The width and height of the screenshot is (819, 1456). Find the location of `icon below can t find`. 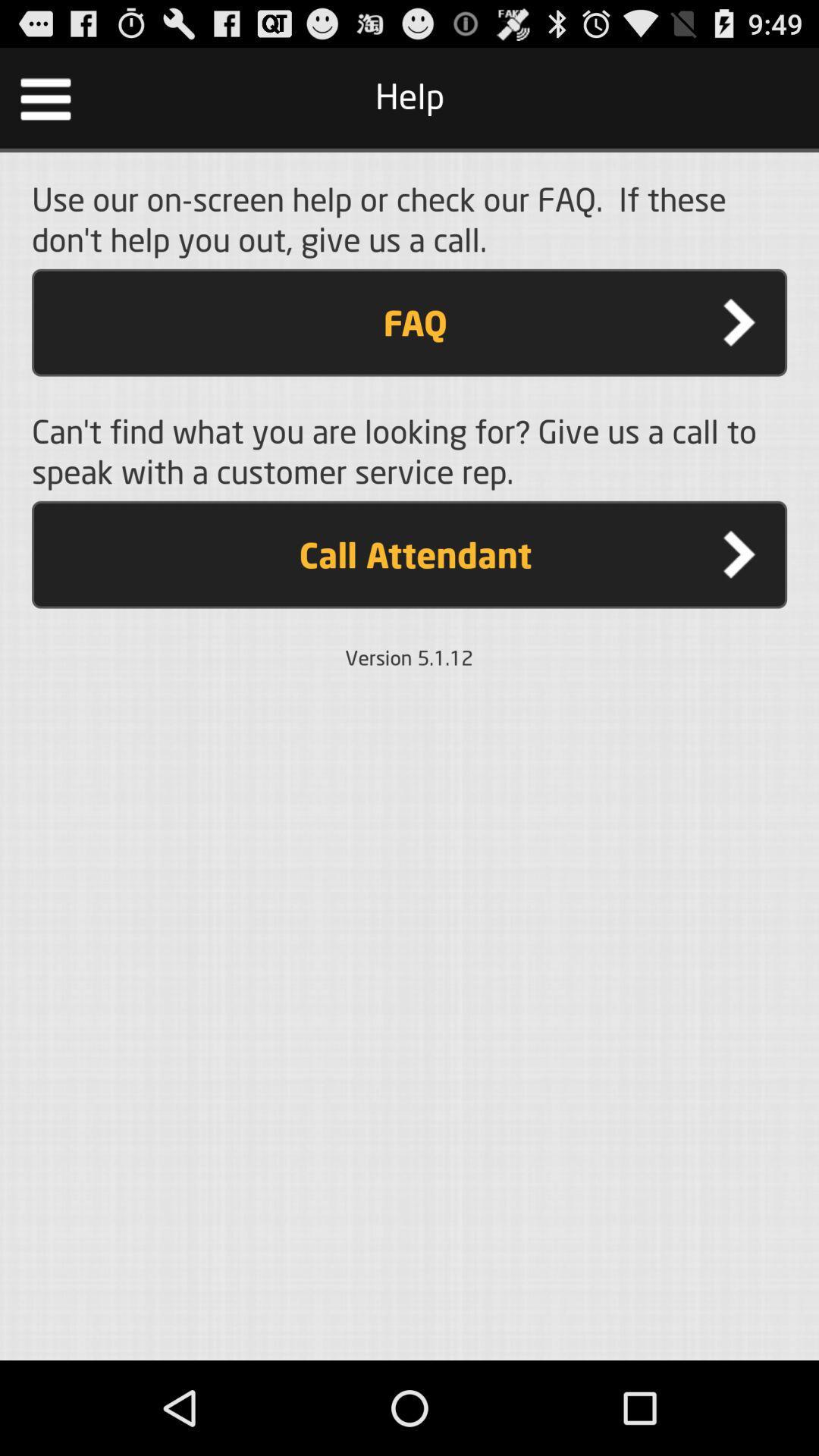

icon below can t find is located at coordinates (409, 554).